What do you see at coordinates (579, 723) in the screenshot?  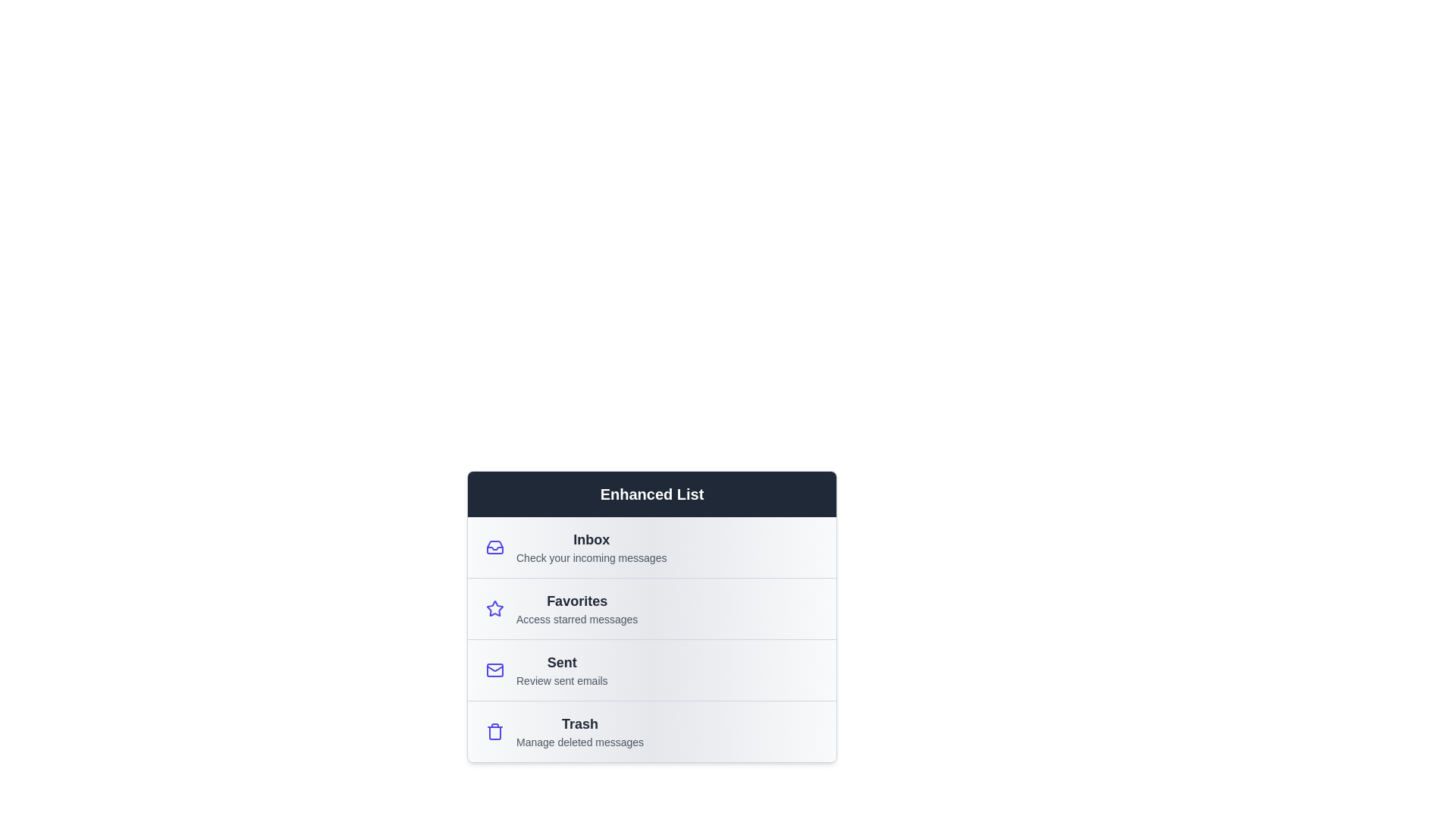 I see `the text label indicating the section for trash management or deleted items located at the bottom of the list in the 'Enhanced List' modal` at bounding box center [579, 723].